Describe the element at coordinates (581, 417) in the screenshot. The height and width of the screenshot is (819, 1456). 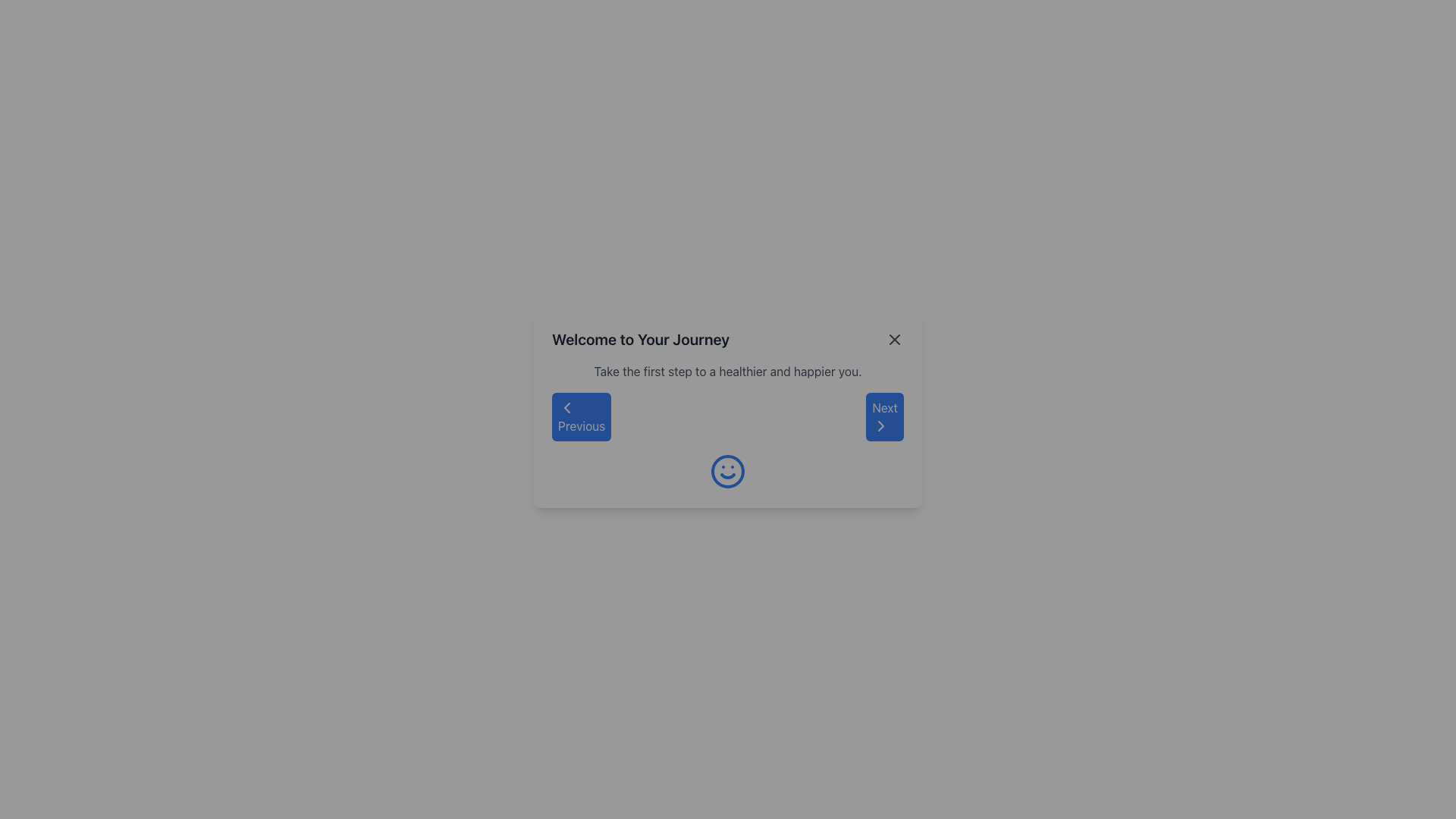
I see `the 'Previous' button located in the horizontal navigation bar` at that location.